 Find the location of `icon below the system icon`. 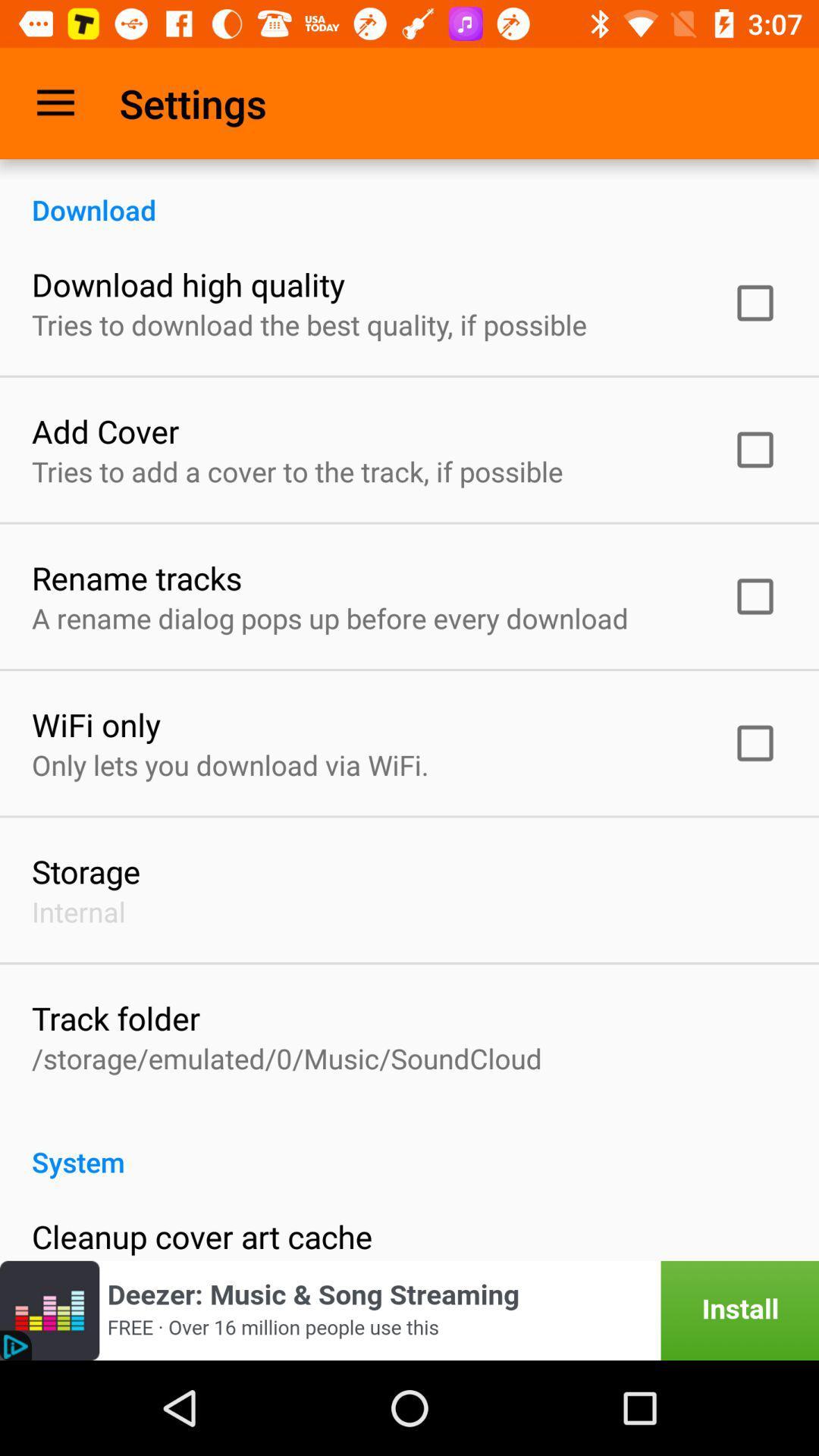

icon below the system icon is located at coordinates (201, 1236).